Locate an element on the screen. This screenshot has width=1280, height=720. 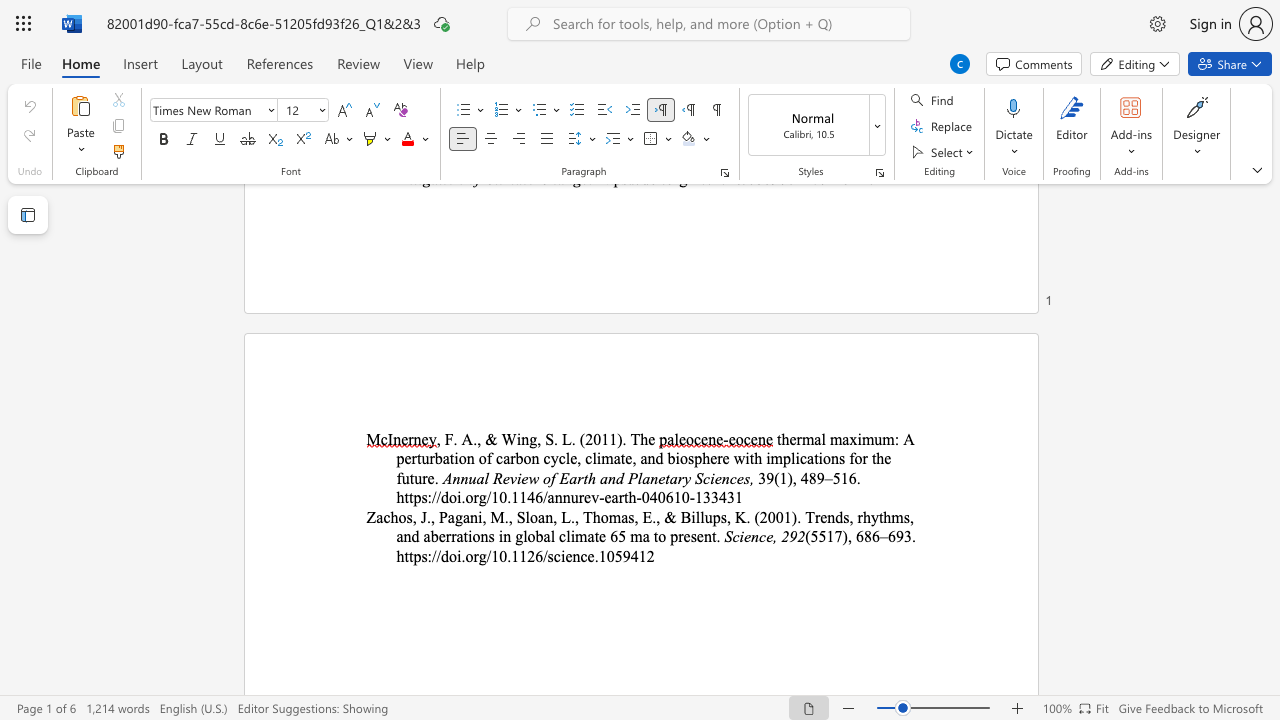
the space between the continuous character "." and "," in the text is located at coordinates (476, 438).